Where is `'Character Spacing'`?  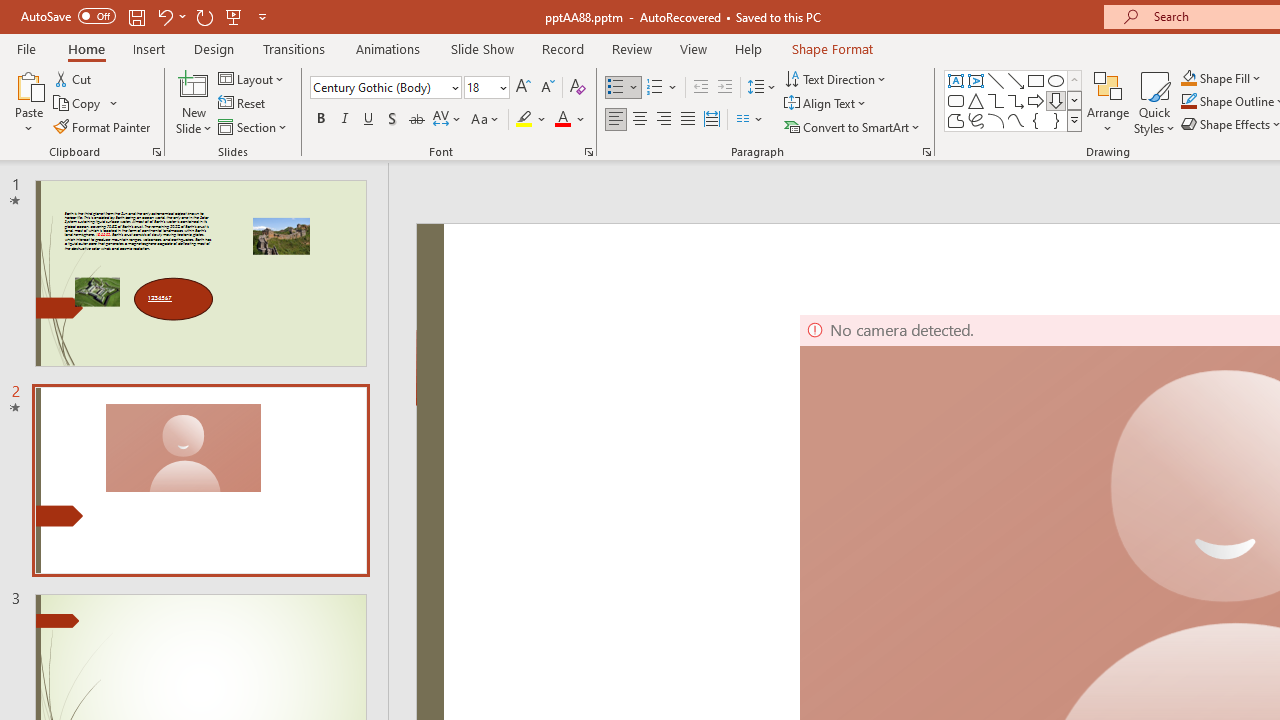 'Character Spacing' is located at coordinates (447, 119).